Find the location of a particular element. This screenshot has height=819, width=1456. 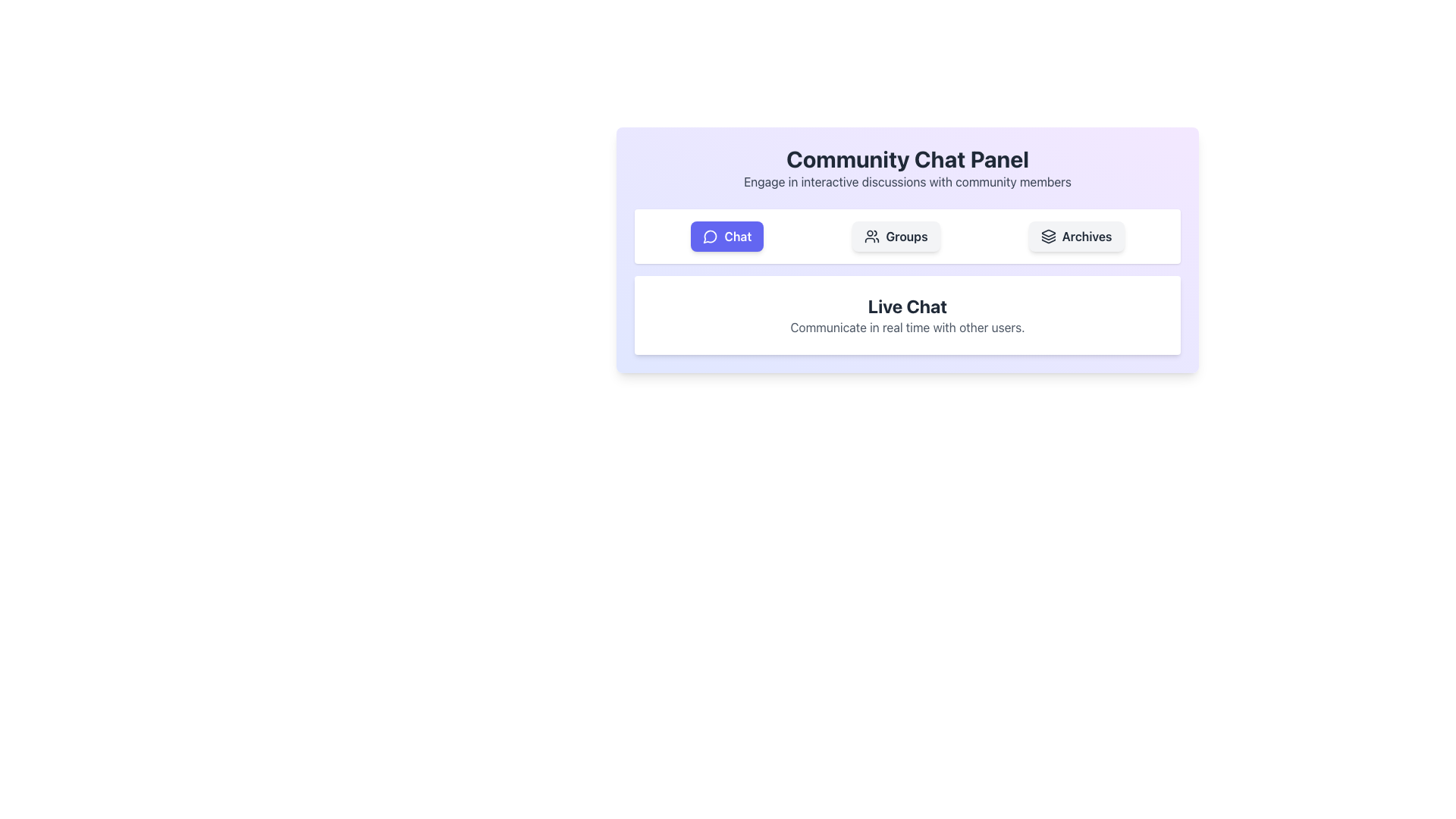

the 'Archives' button, which is a rectangular button with rounded corners, light gray background, and bold dark gray text, positioned at the far right of the row under the 'Community Chat Panel' is located at coordinates (1075, 237).